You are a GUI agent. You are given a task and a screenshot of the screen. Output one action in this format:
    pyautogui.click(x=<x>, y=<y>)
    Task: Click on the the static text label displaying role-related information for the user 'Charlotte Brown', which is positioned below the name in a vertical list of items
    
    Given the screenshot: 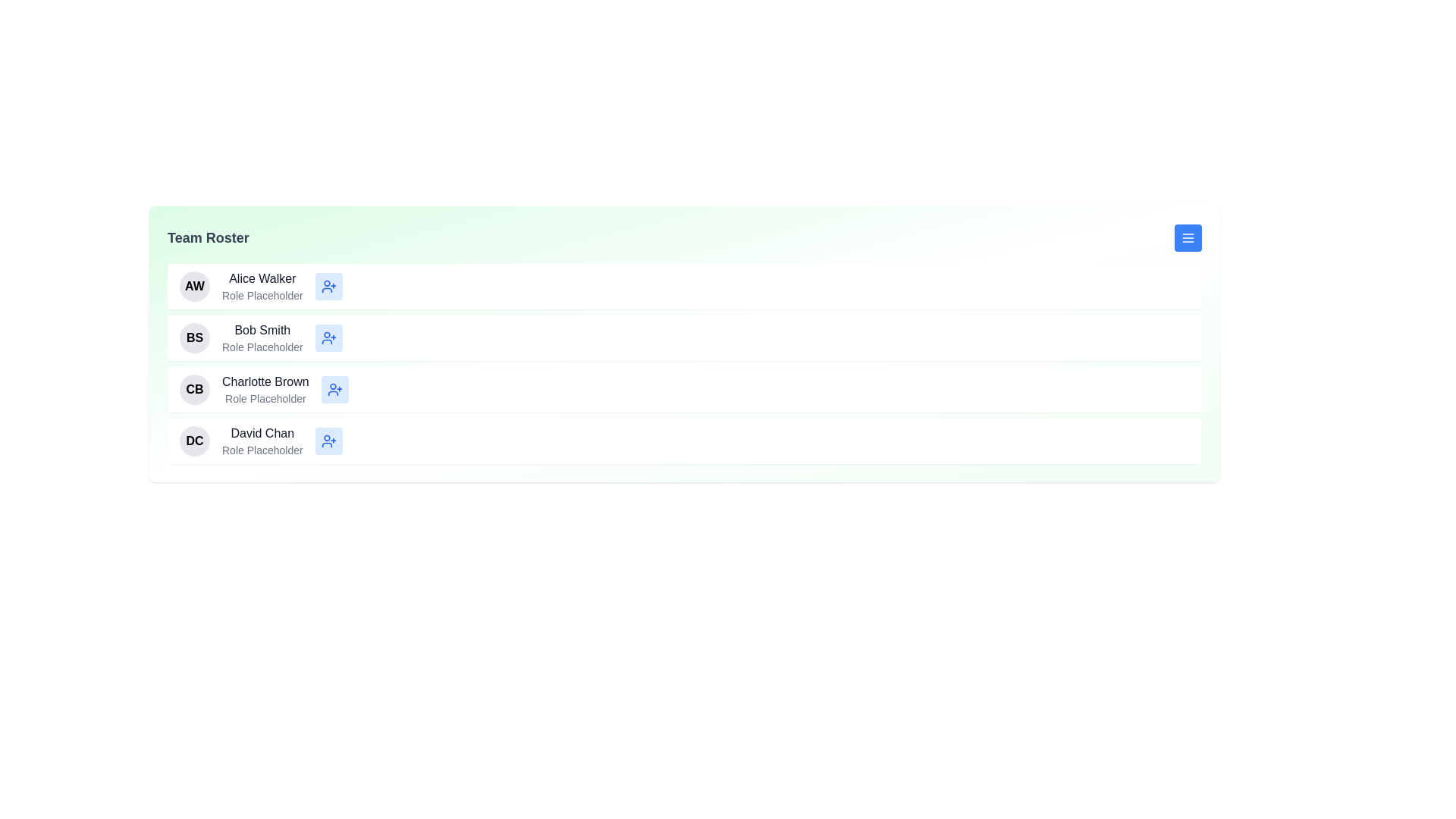 What is the action you would take?
    pyautogui.click(x=265, y=397)
    